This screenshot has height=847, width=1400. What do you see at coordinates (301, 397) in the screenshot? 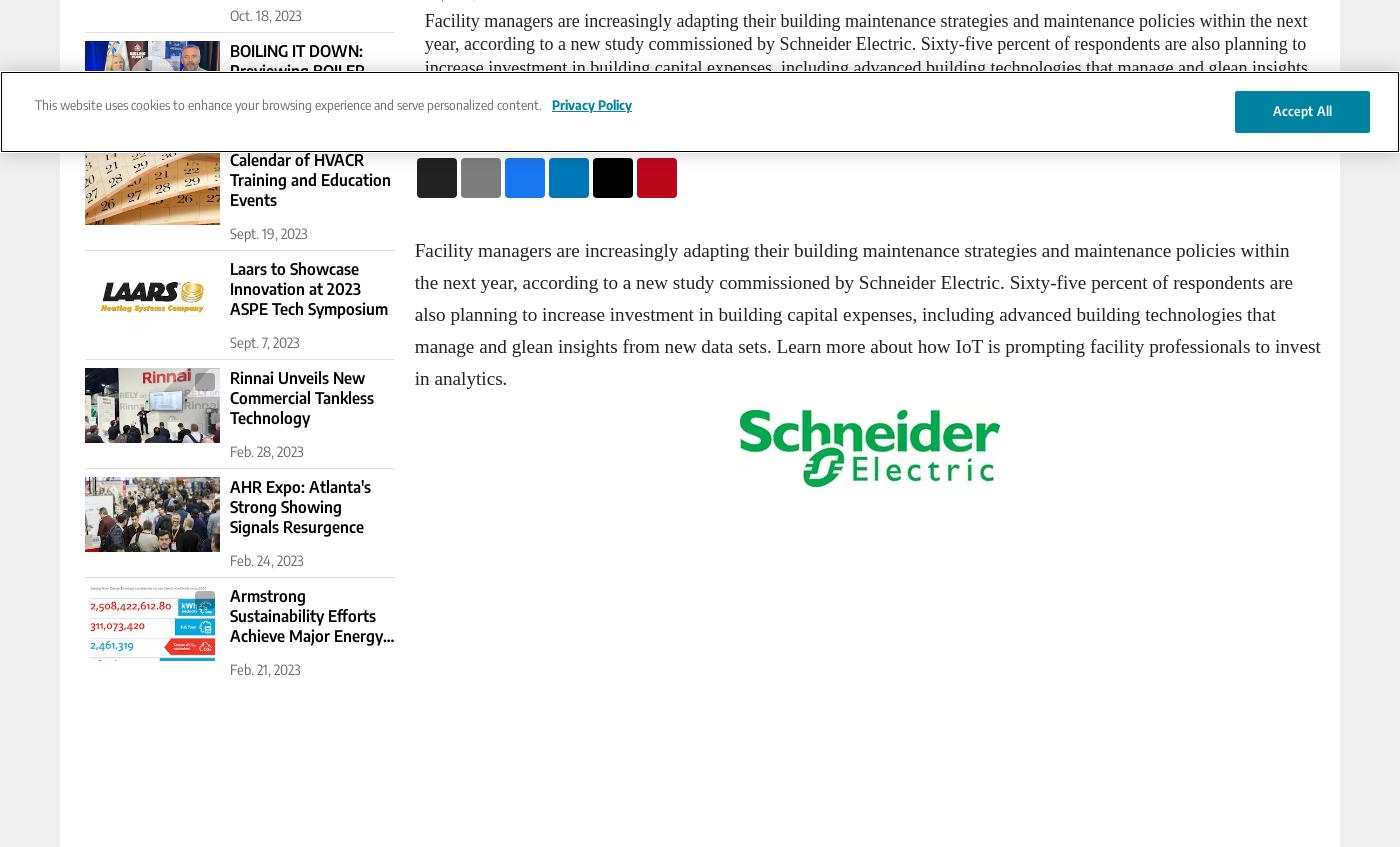
I see `'Rinnai Unveils New Commercial Tankless Technology'` at bounding box center [301, 397].